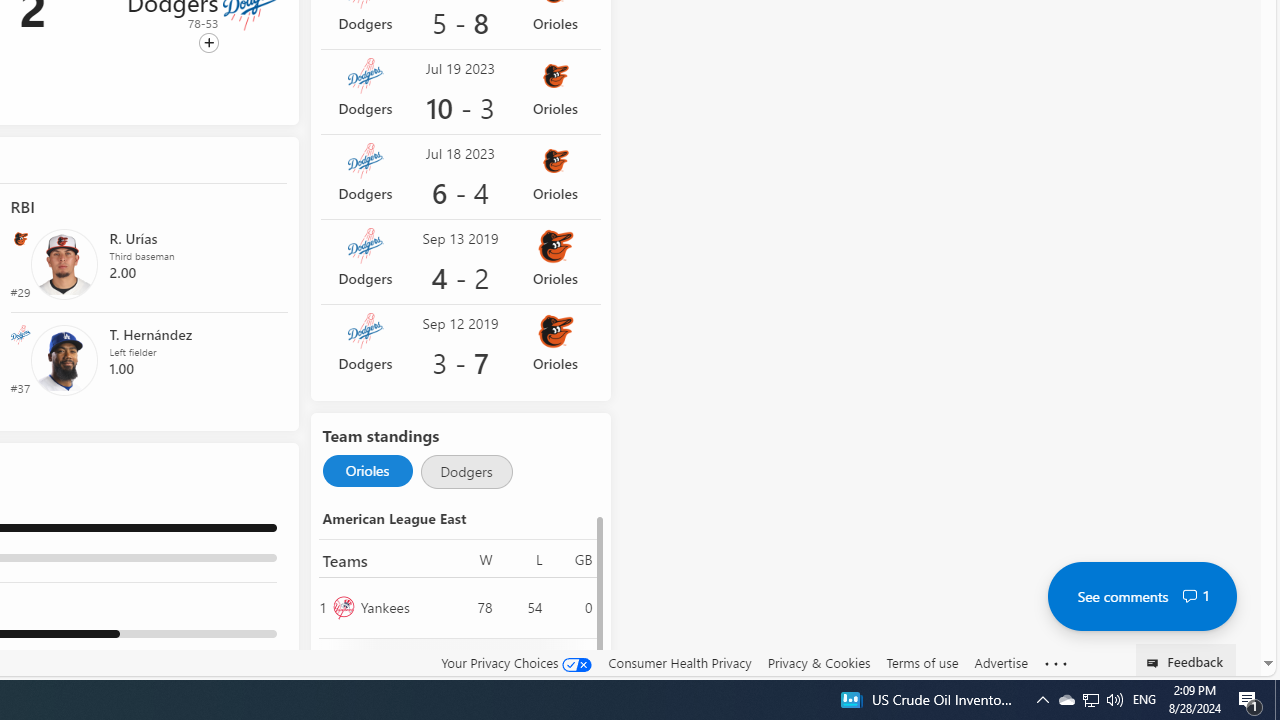  What do you see at coordinates (465, 471) in the screenshot?
I see `'Dodgers'` at bounding box center [465, 471].